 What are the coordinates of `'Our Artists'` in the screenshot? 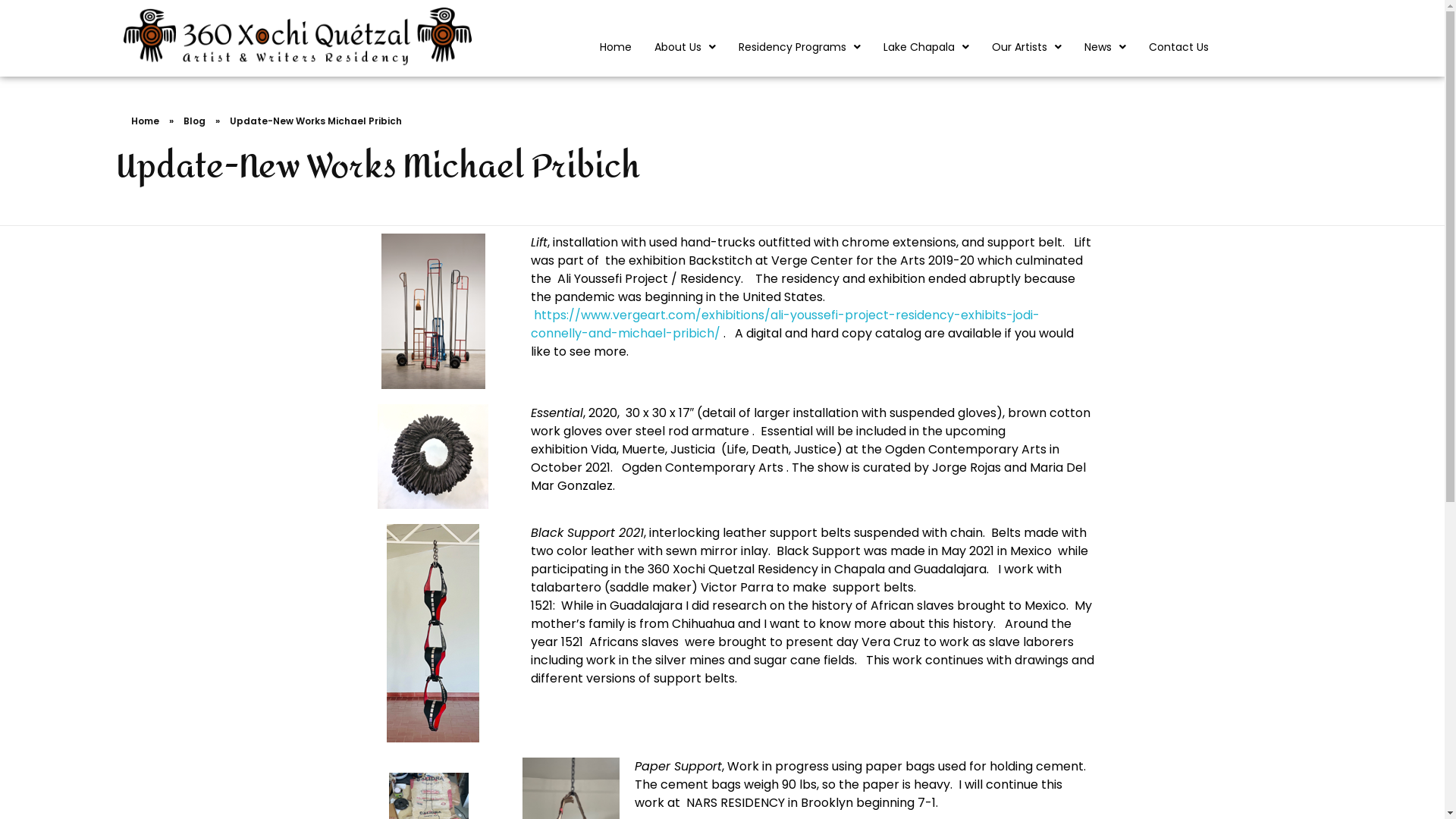 It's located at (1026, 45).